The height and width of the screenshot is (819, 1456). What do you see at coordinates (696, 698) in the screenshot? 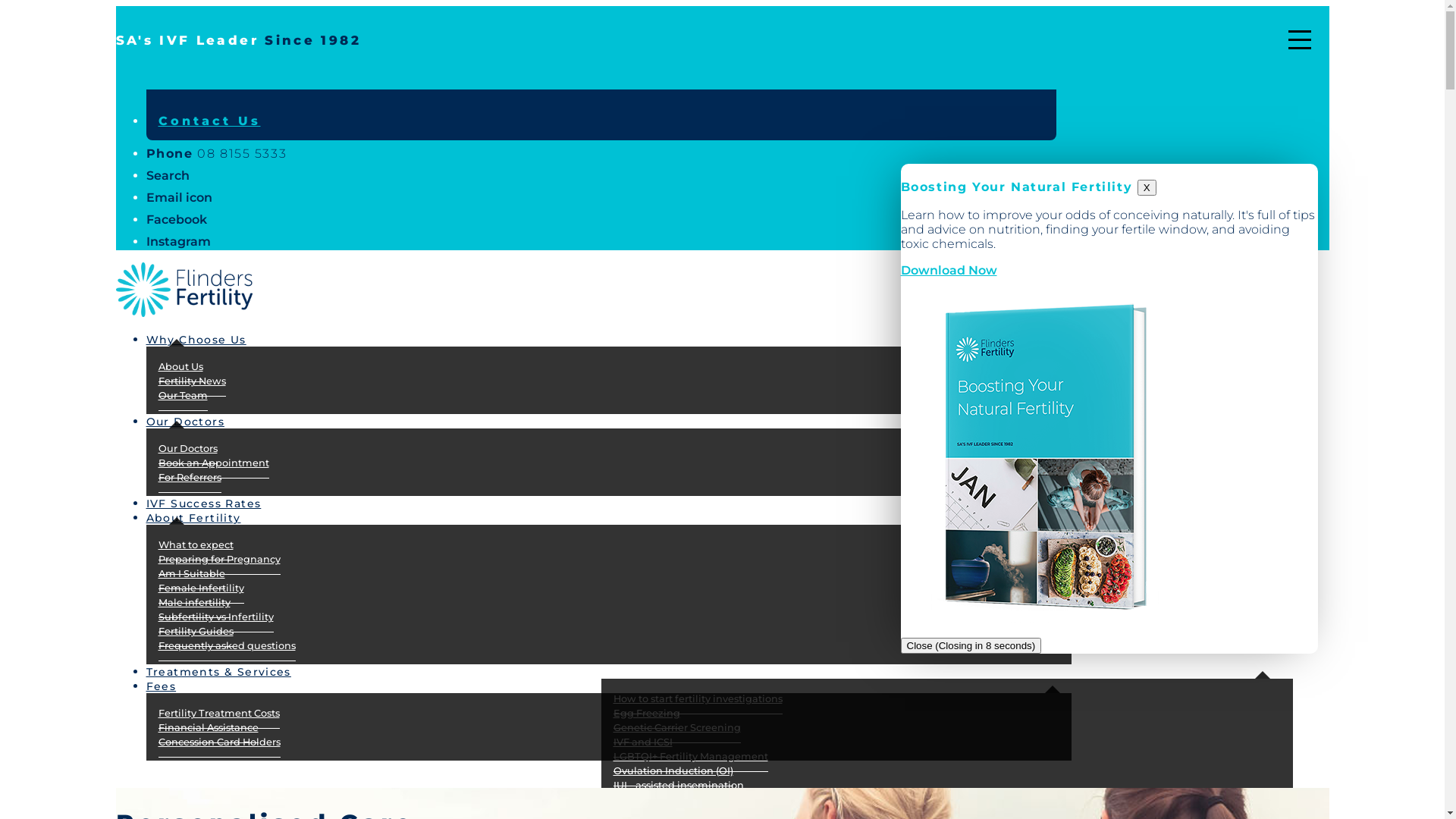
I see `'How to start fertility investigations'` at bounding box center [696, 698].